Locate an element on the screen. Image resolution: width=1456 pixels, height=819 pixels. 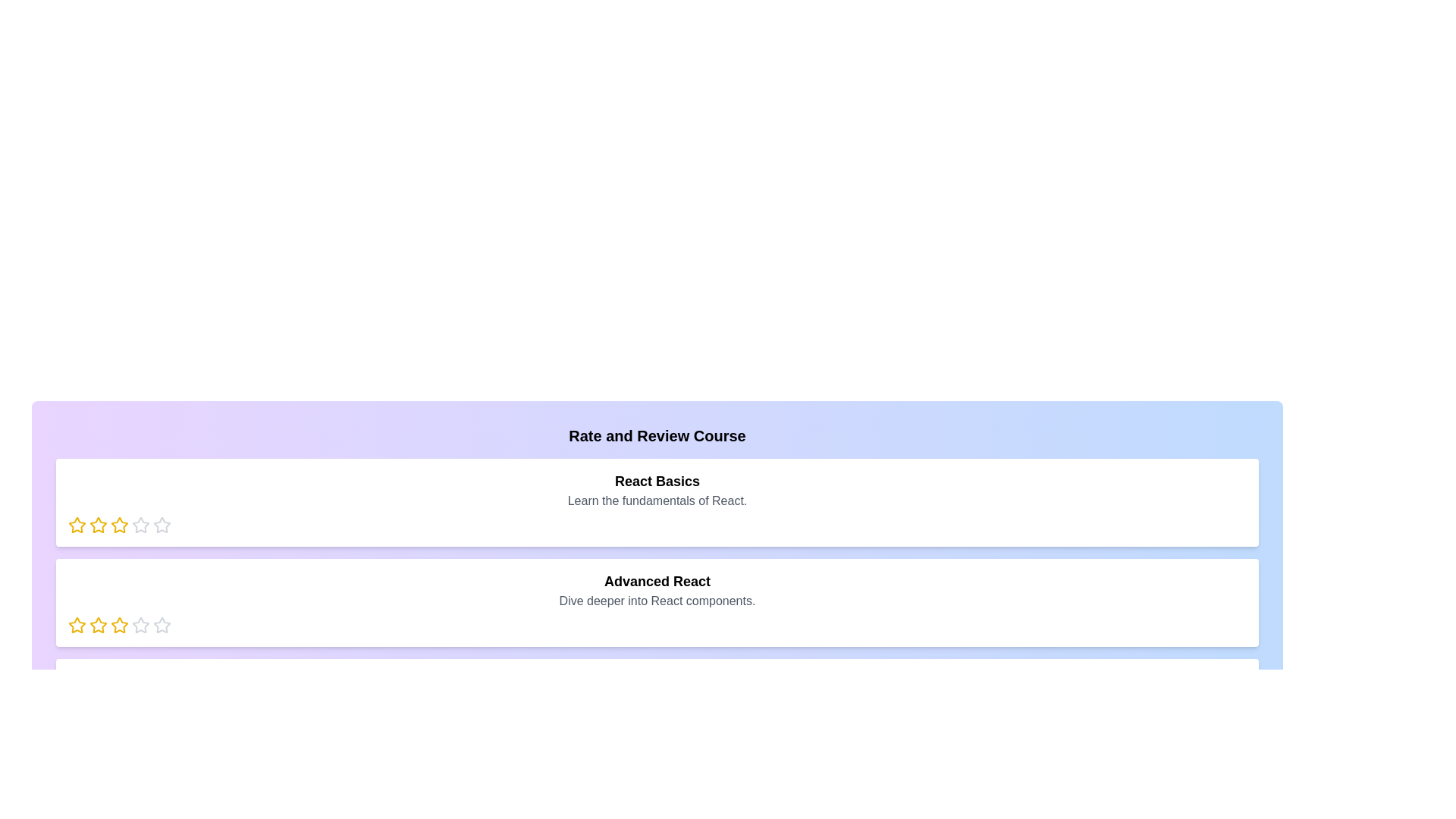
the second star in the rating component of the 'Advanced React' course card is located at coordinates (97, 625).